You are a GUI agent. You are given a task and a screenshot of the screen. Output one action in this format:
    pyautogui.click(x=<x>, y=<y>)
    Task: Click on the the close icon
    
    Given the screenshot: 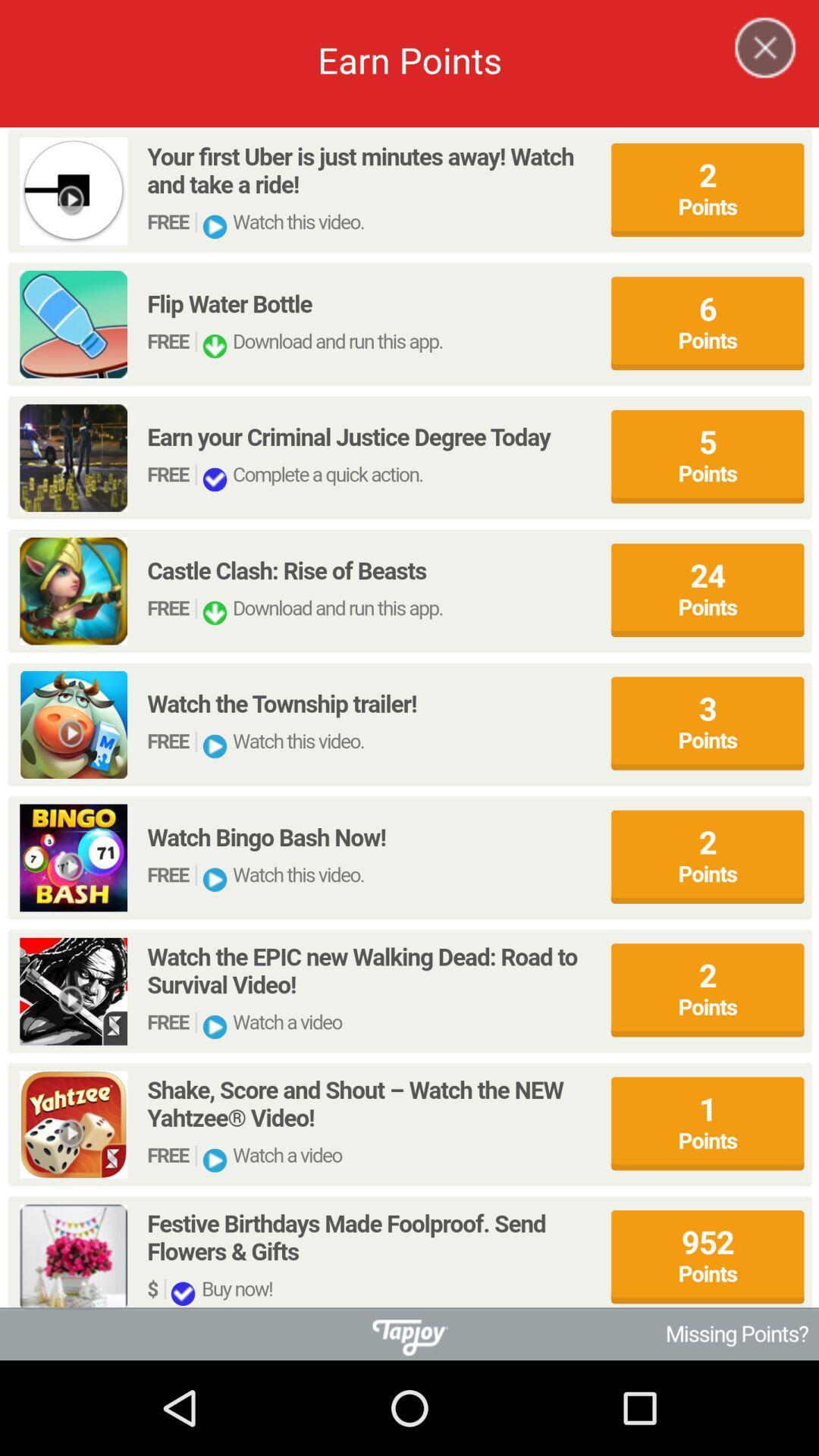 What is the action you would take?
    pyautogui.click(x=755, y=63)
    